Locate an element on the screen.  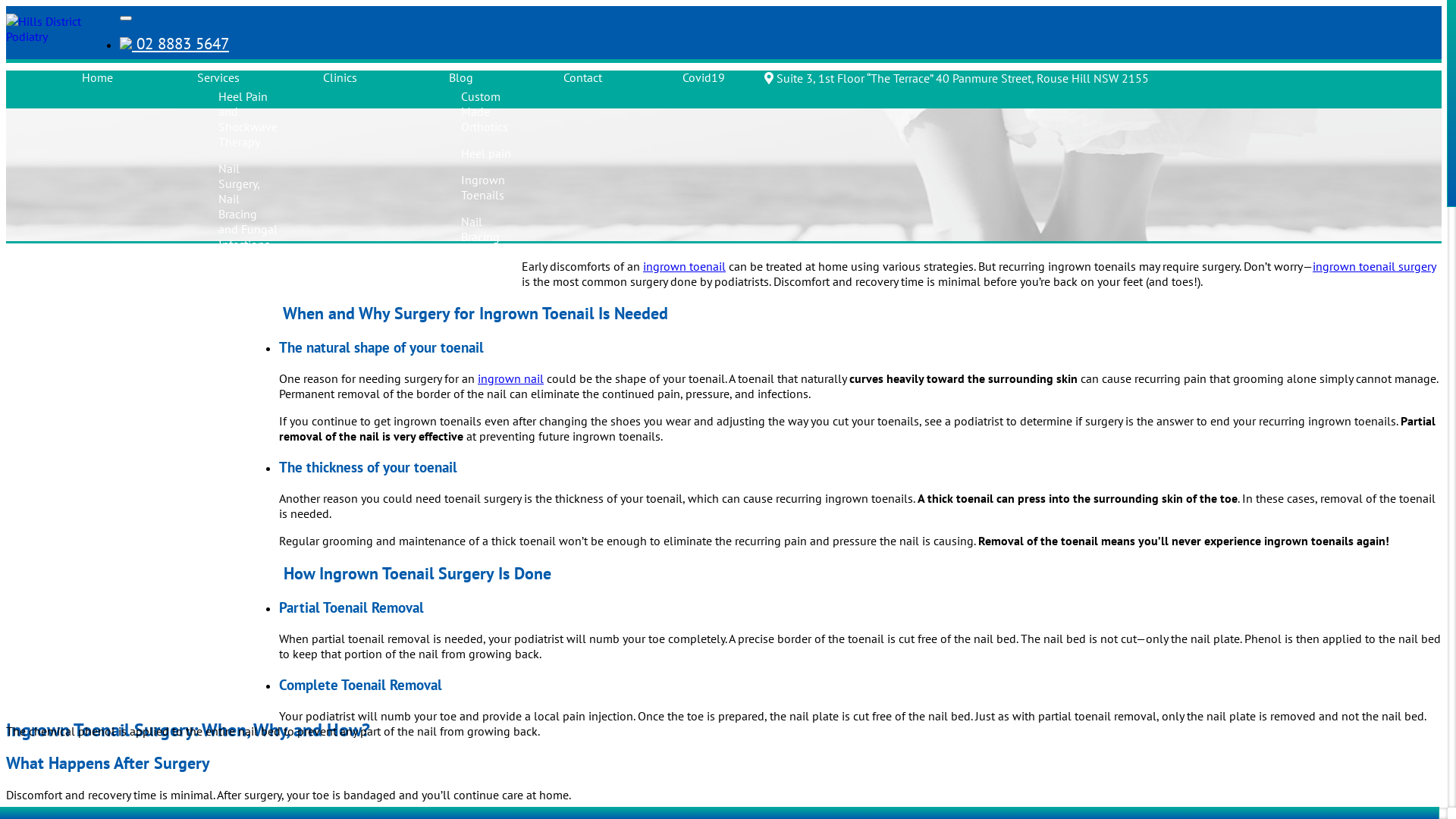
'Plantar Wart Surgeries' is located at coordinates (218, 672).